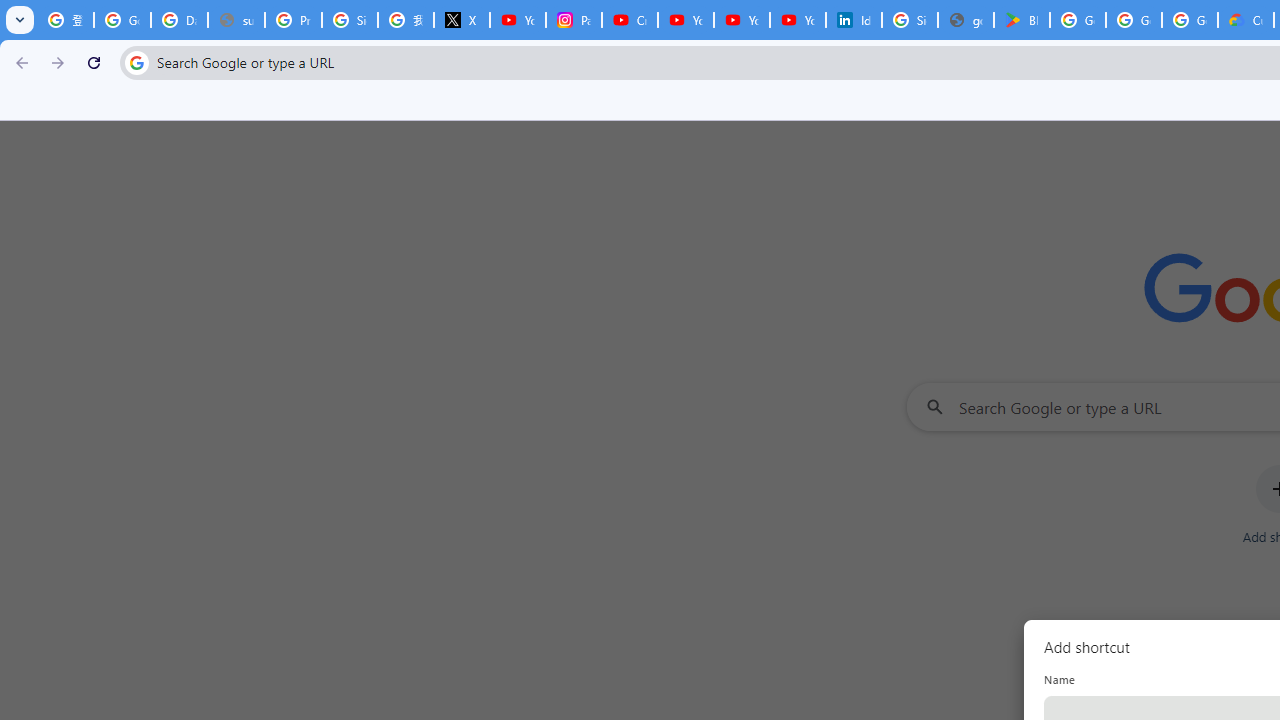 The width and height of the screenshot is (1280, 720). I want to click on 'Bluey: Let', so click(1022, 20).